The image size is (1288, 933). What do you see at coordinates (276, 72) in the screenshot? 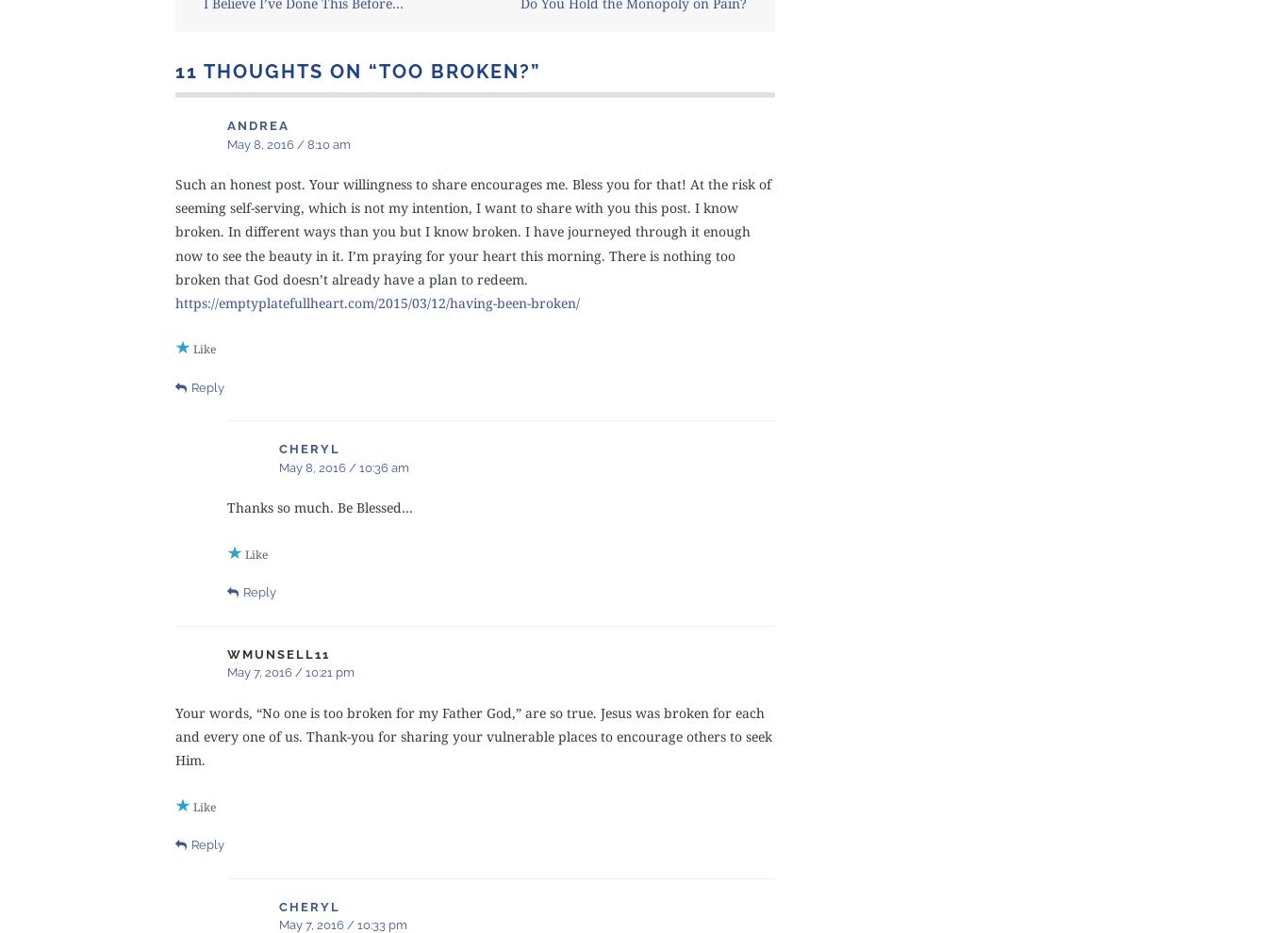
I see `'11 thoughts on “'` at bounding box center [276, 72].